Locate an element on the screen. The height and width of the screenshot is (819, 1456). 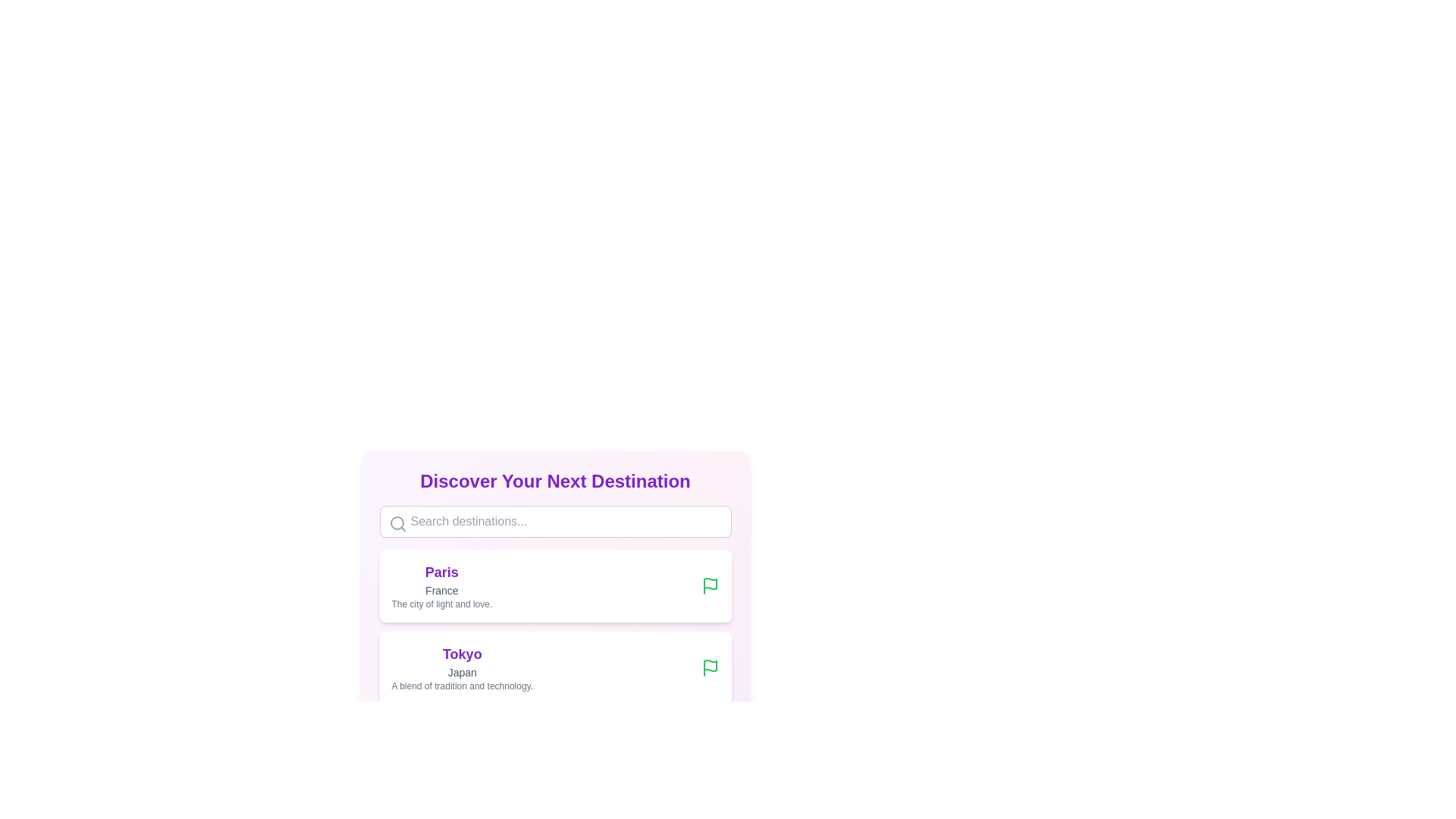
the magnifying glass icon located at the top-left corner of the search input field, which is visually to the left of the input labeled 'Search destinations...' is located at coordinates (397, 522).